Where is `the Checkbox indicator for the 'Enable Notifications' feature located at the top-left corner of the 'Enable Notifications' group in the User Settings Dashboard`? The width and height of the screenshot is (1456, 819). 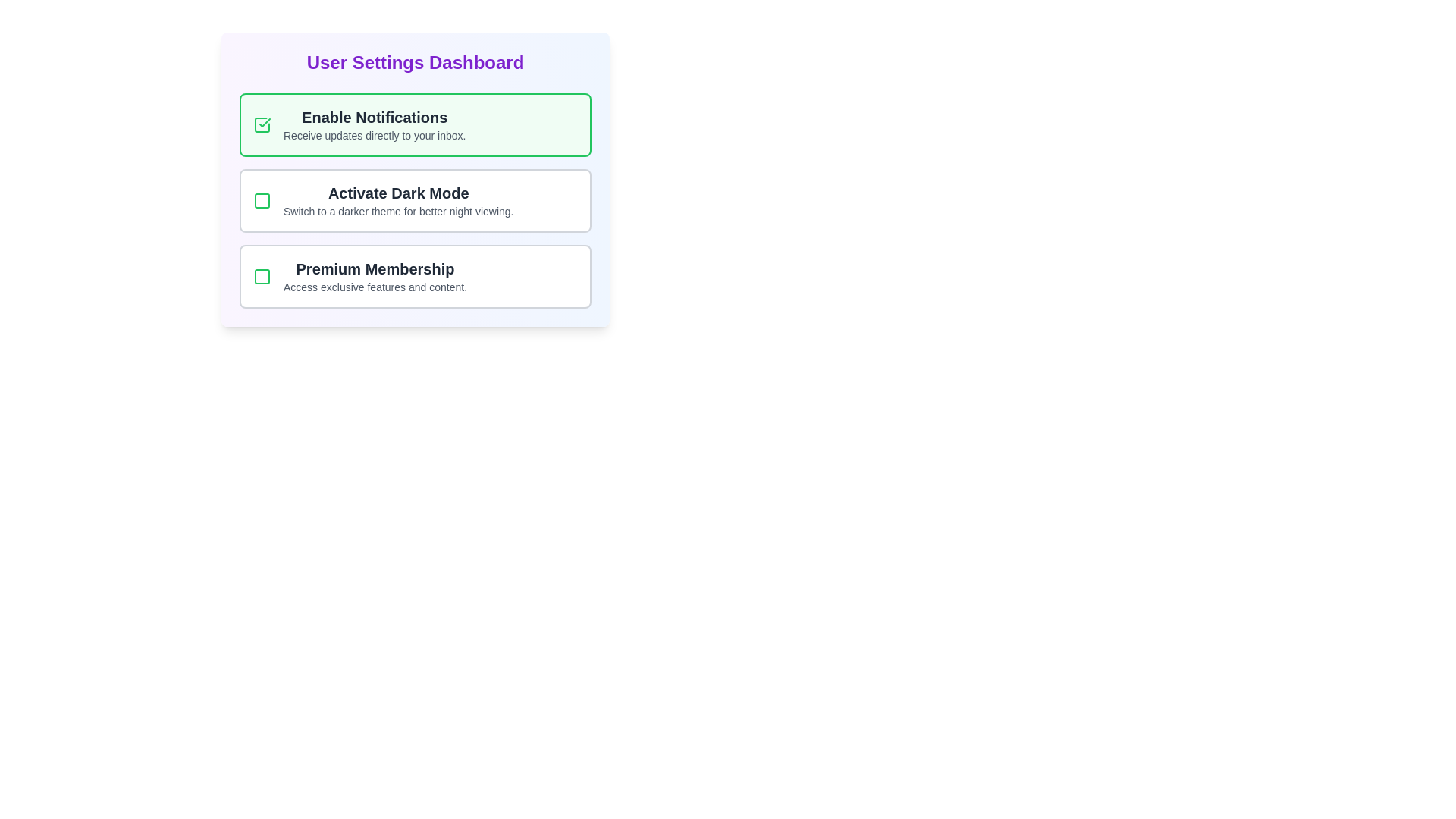
the Checkbox indicator for the 'Enable Notifications' feature located at the top-left corner of the 'Enable Notifications' group in the User Settings Dashboard is located at coordinates (262, 124).